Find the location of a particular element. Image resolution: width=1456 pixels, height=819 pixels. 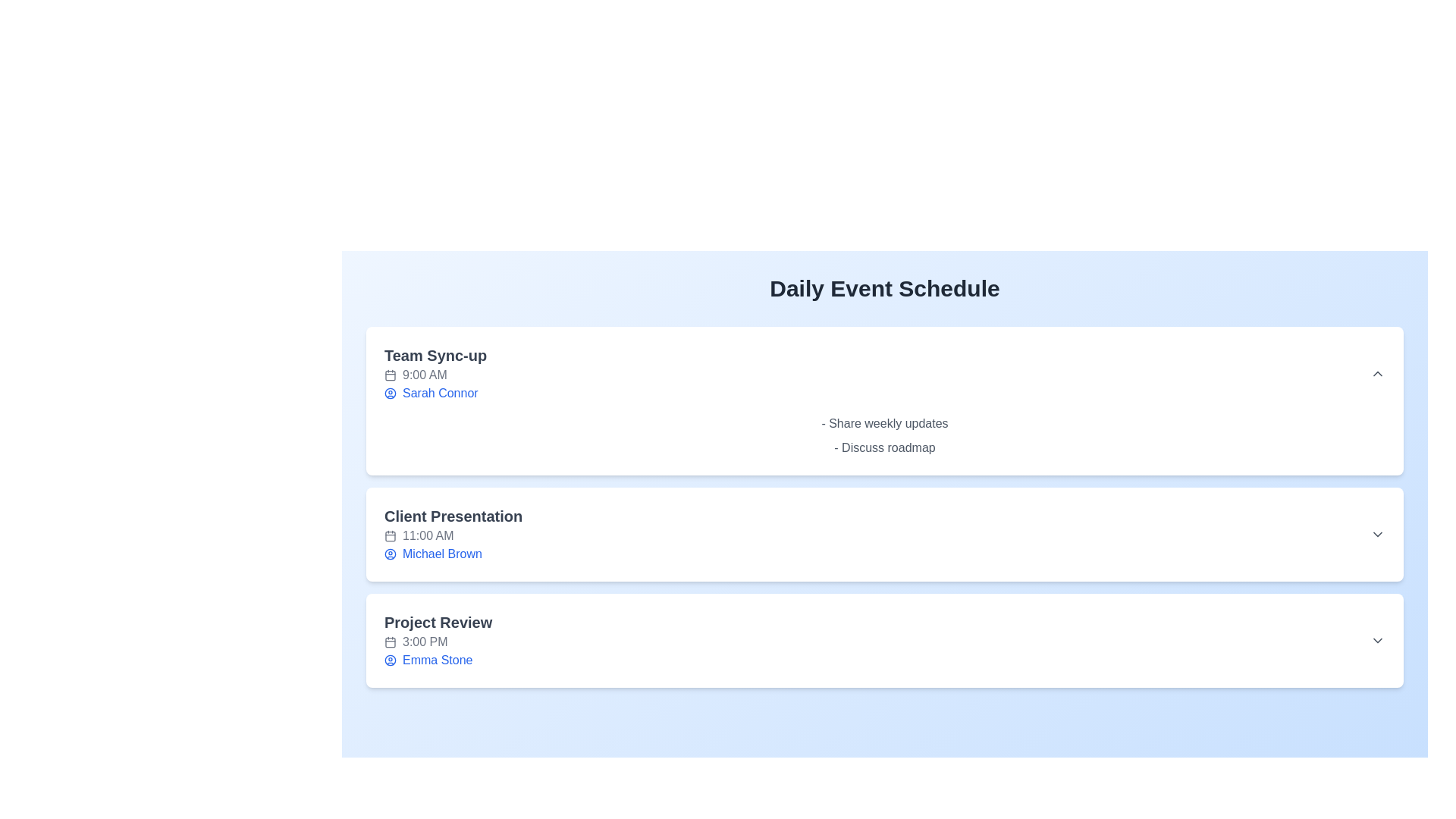

the 'Client Presentation' ListItem element is located at coordinates (884, 534).